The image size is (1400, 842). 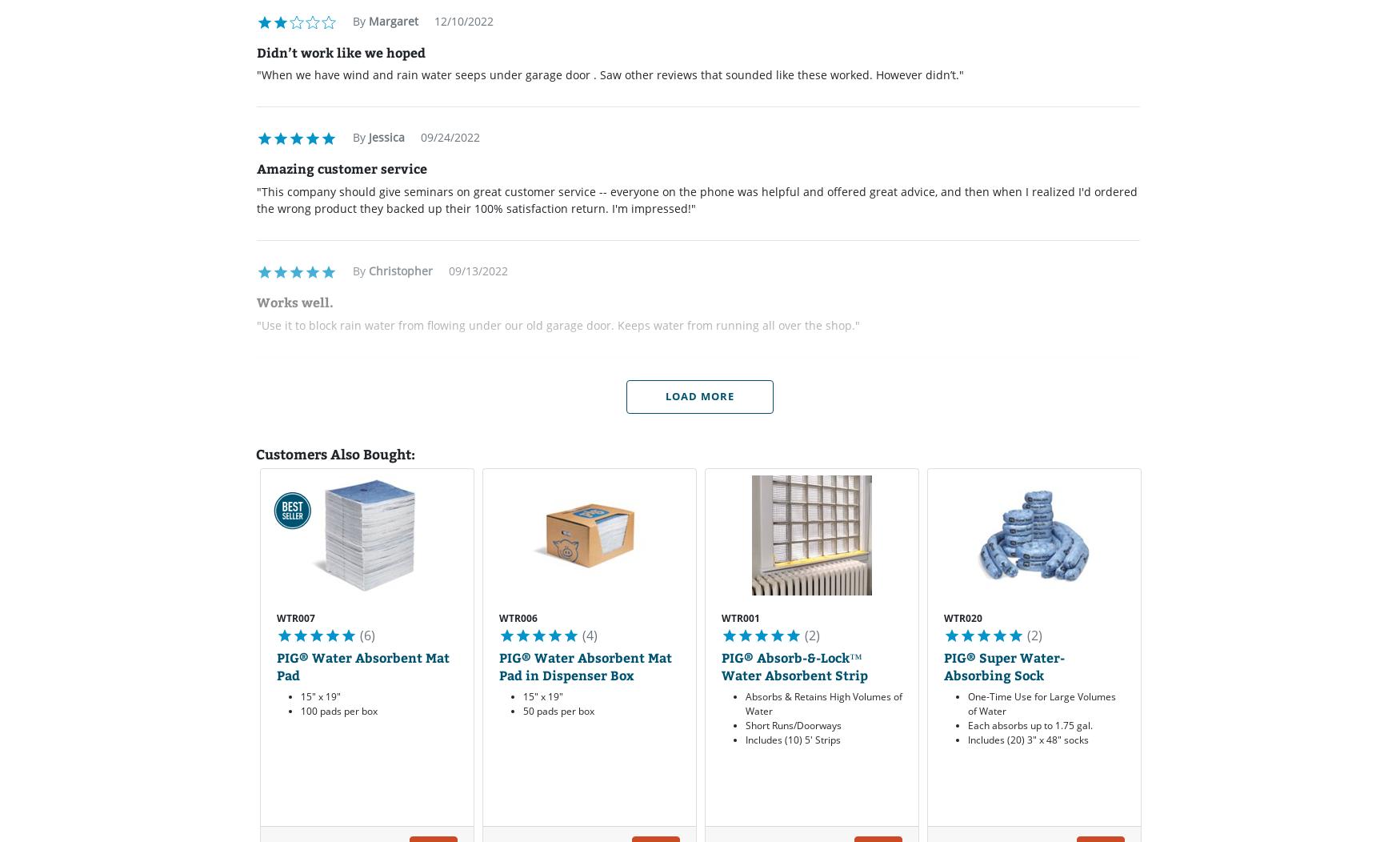 I want to click on 'Didn’t work like we hoped', so click(x=340, y=50).